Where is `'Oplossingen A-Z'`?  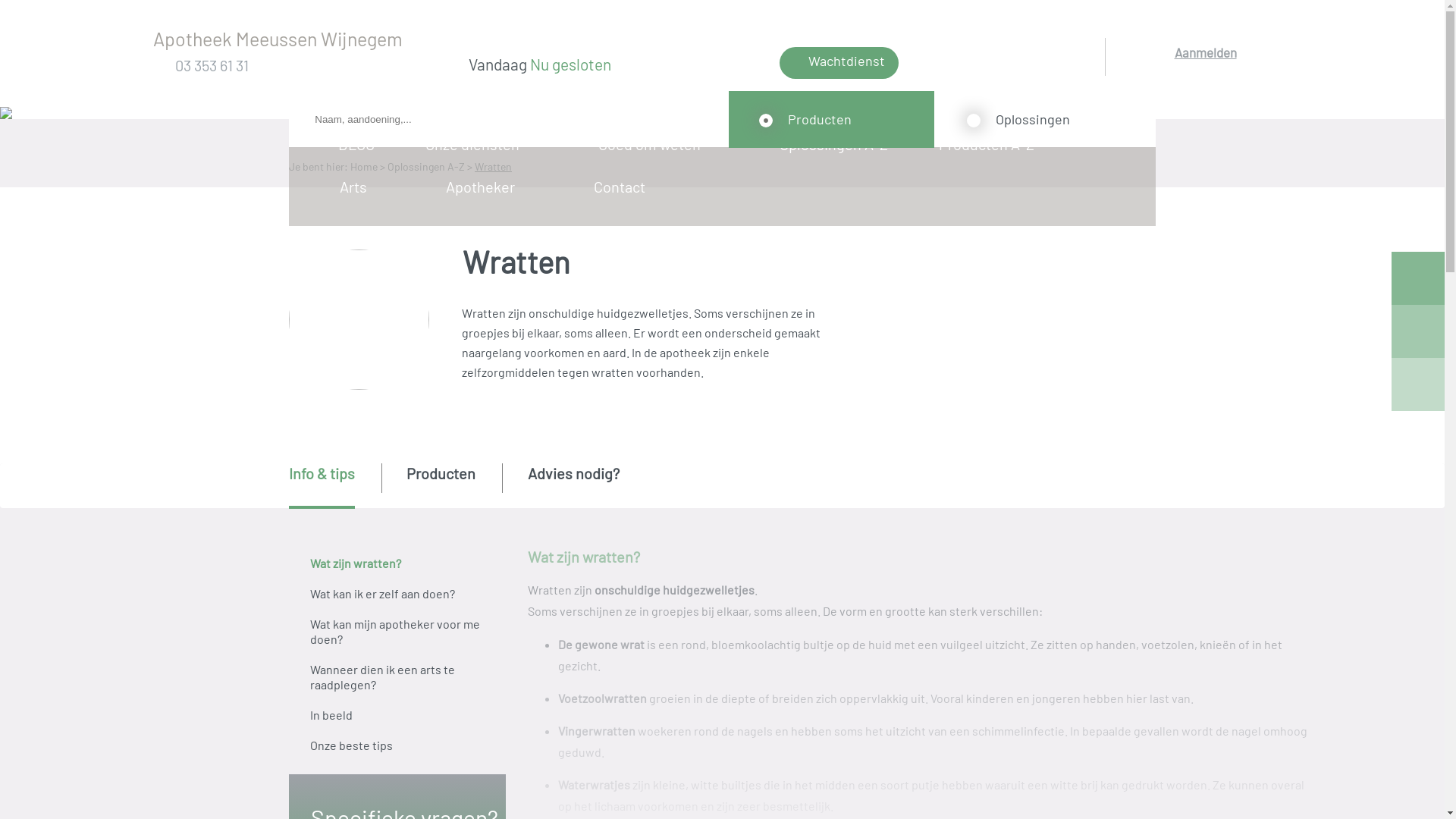 'Oplossingen A-Z' is located at coordinates (837, 143).